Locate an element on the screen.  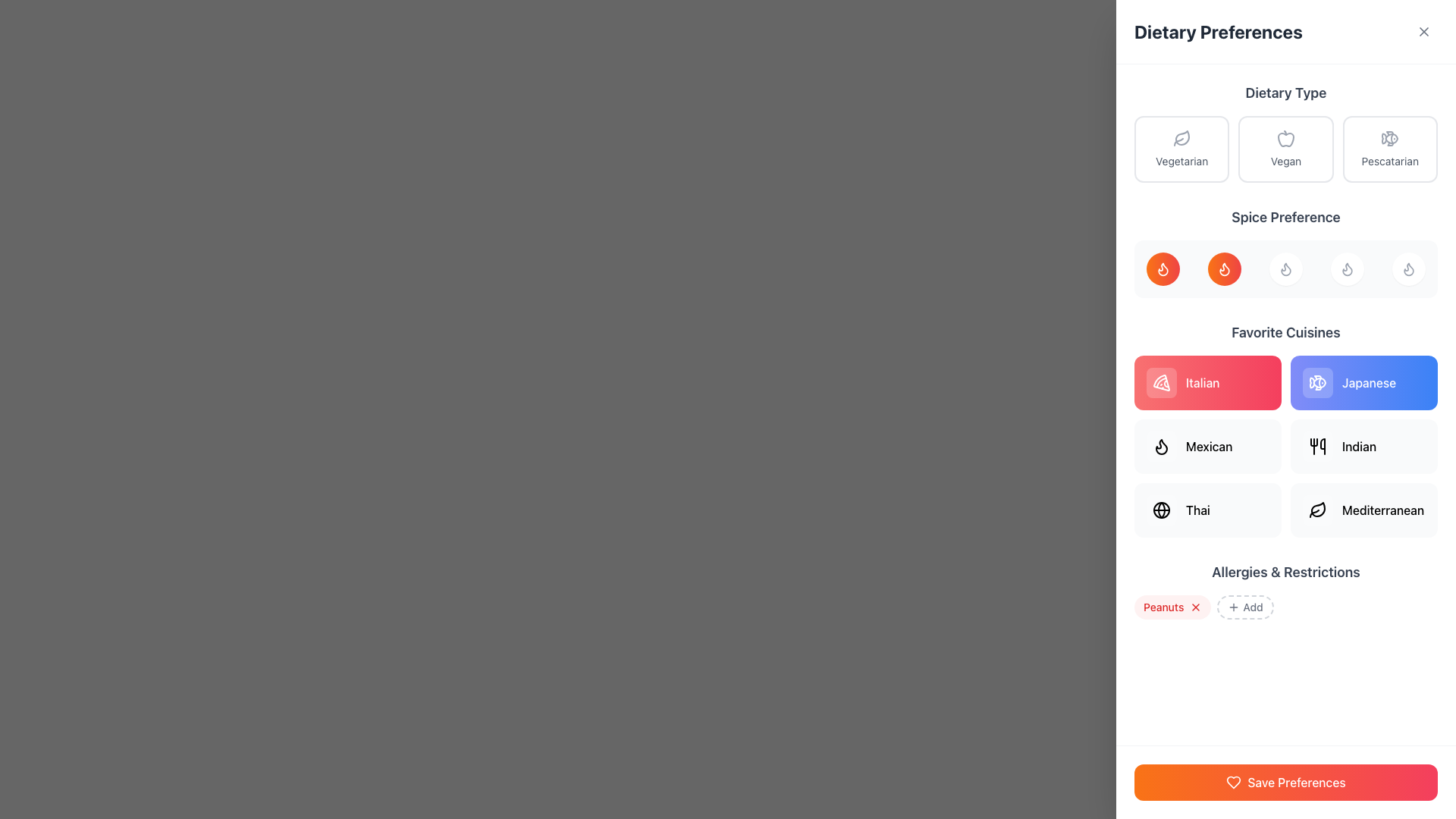
the small rectangular button with rounded corners, featuring a red background and a white pizza slice icon, located under the 'Favorite Cuisines' section is located at coordinates (1160, 382).